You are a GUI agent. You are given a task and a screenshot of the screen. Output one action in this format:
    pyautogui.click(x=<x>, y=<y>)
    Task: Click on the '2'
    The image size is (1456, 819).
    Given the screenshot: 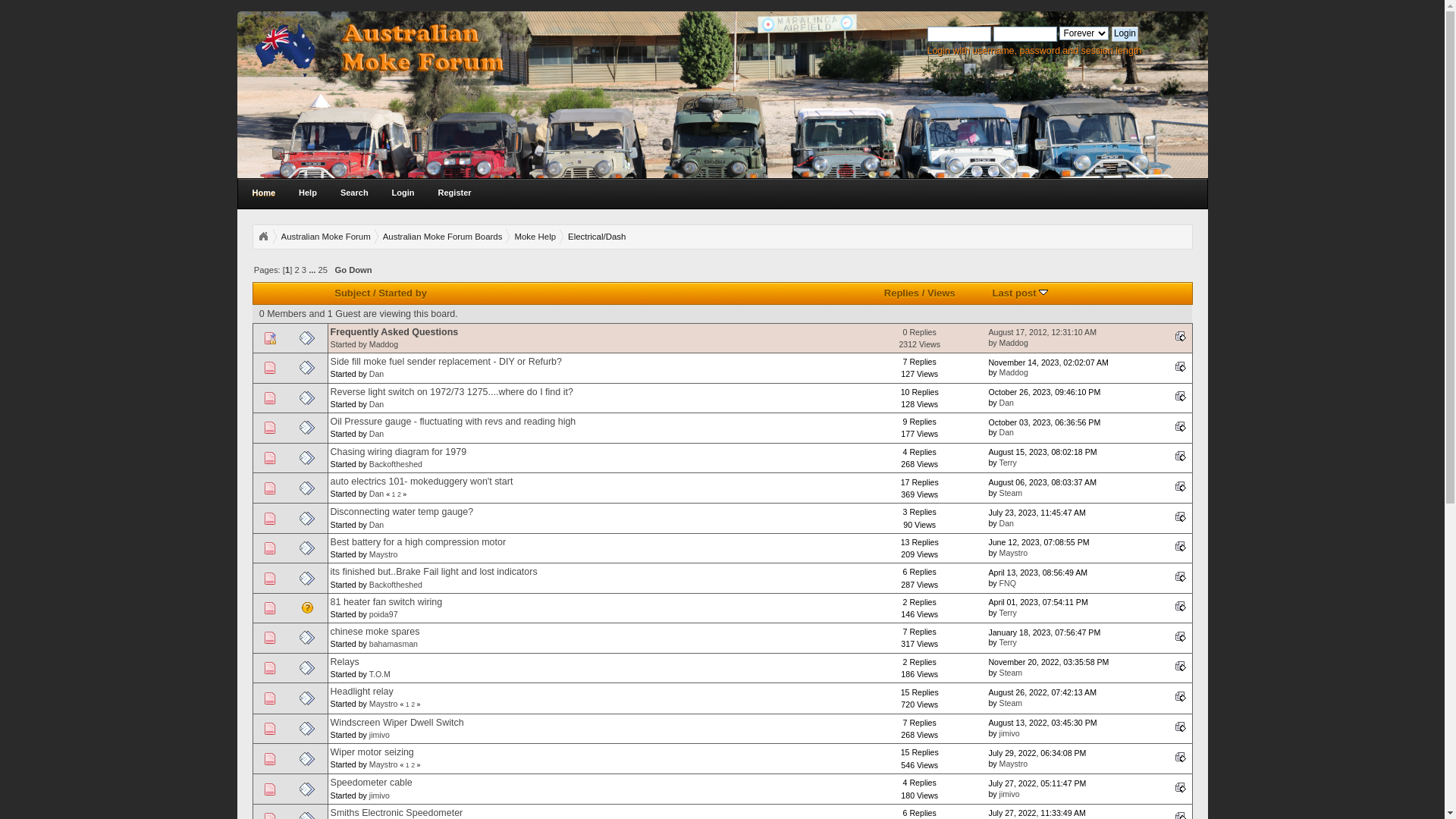 What is the action you would take?
    pyautogui.click(x=399, y=494)
    